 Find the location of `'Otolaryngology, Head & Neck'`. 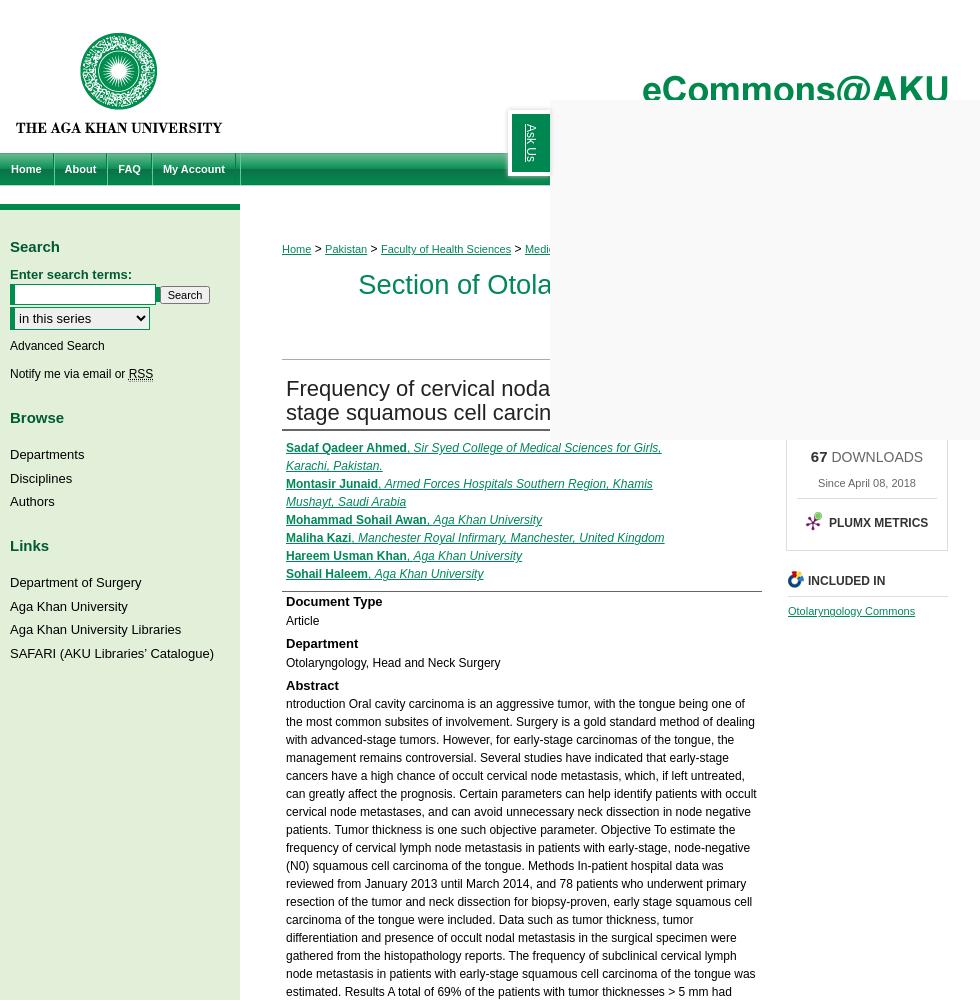

'Otolaryngology, Head & Neck' is located at coordinates (669, 248).